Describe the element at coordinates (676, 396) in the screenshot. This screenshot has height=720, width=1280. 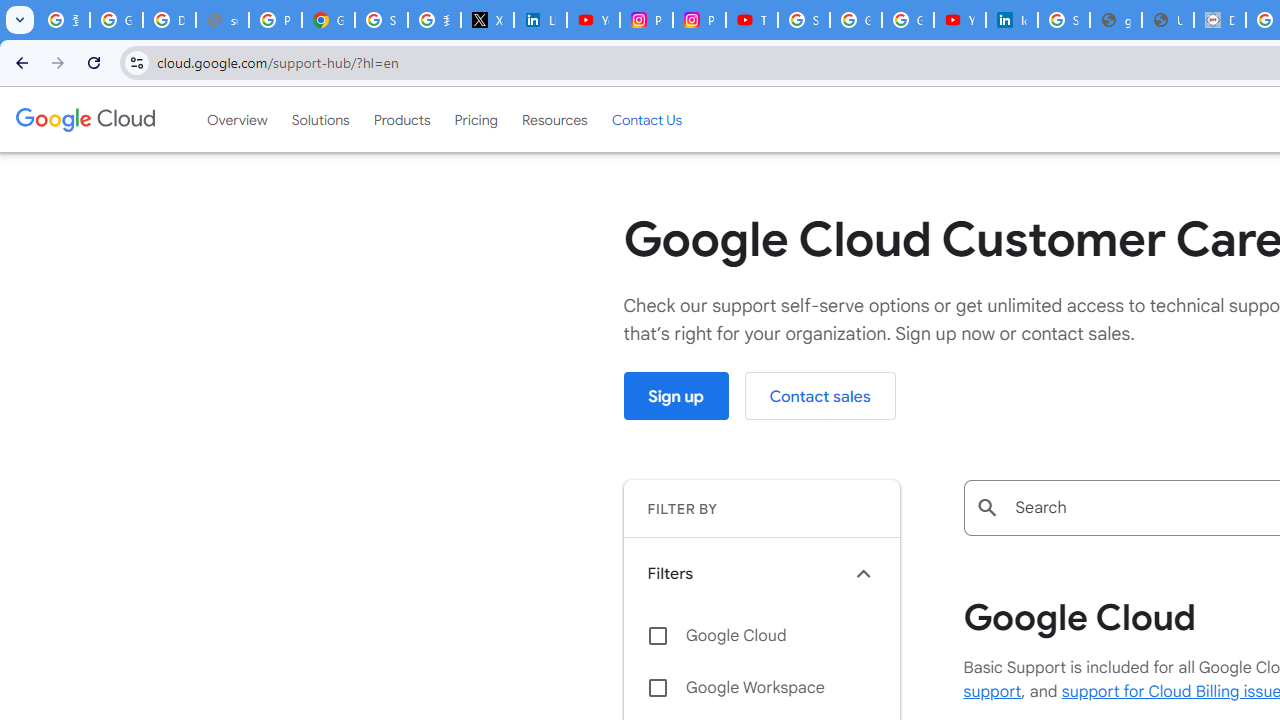
I see `'Sign up'` at that location.